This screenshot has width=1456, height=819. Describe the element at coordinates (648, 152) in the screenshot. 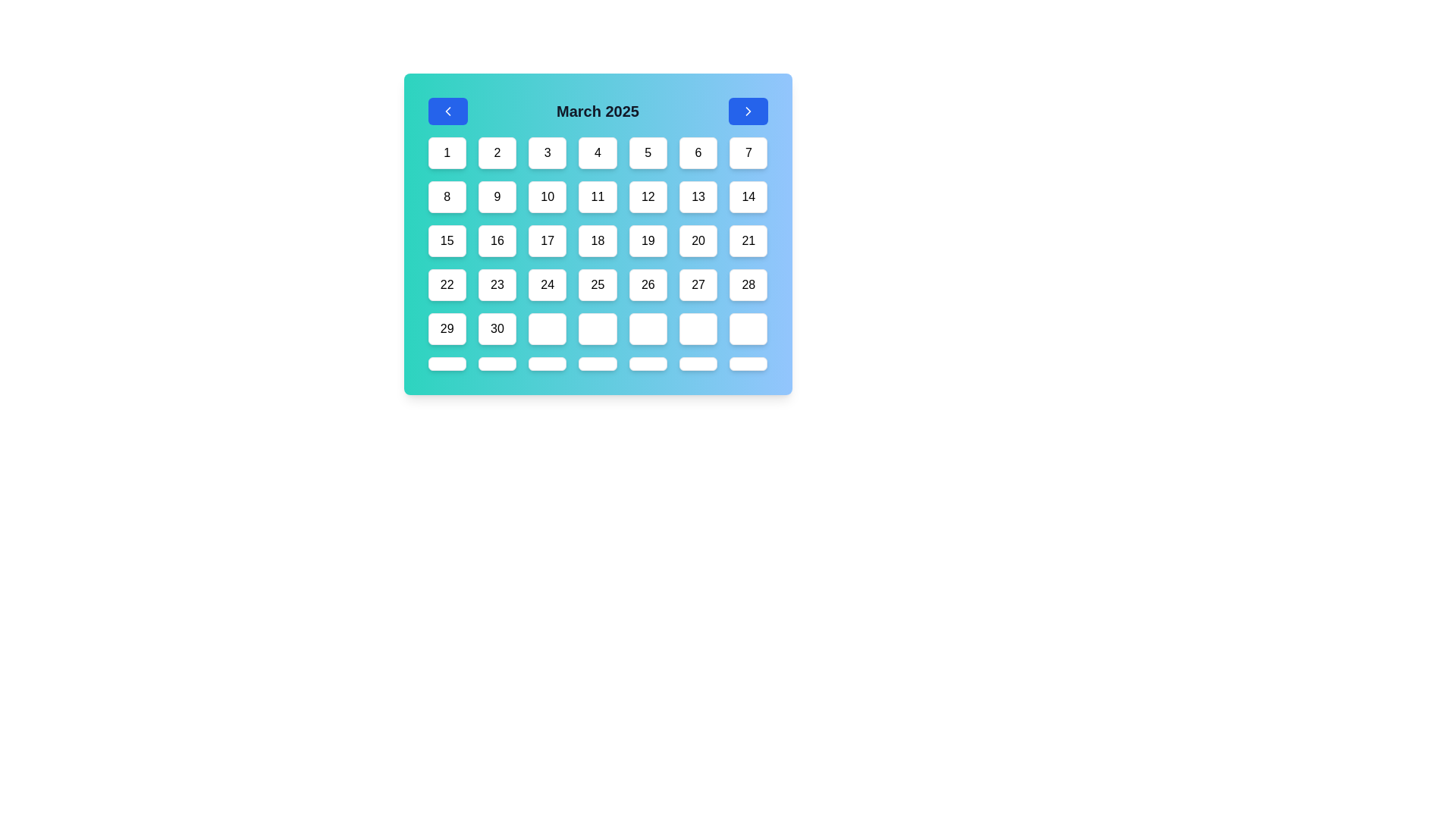

I see `the grid cell representing the fifth day of the month` at that location.